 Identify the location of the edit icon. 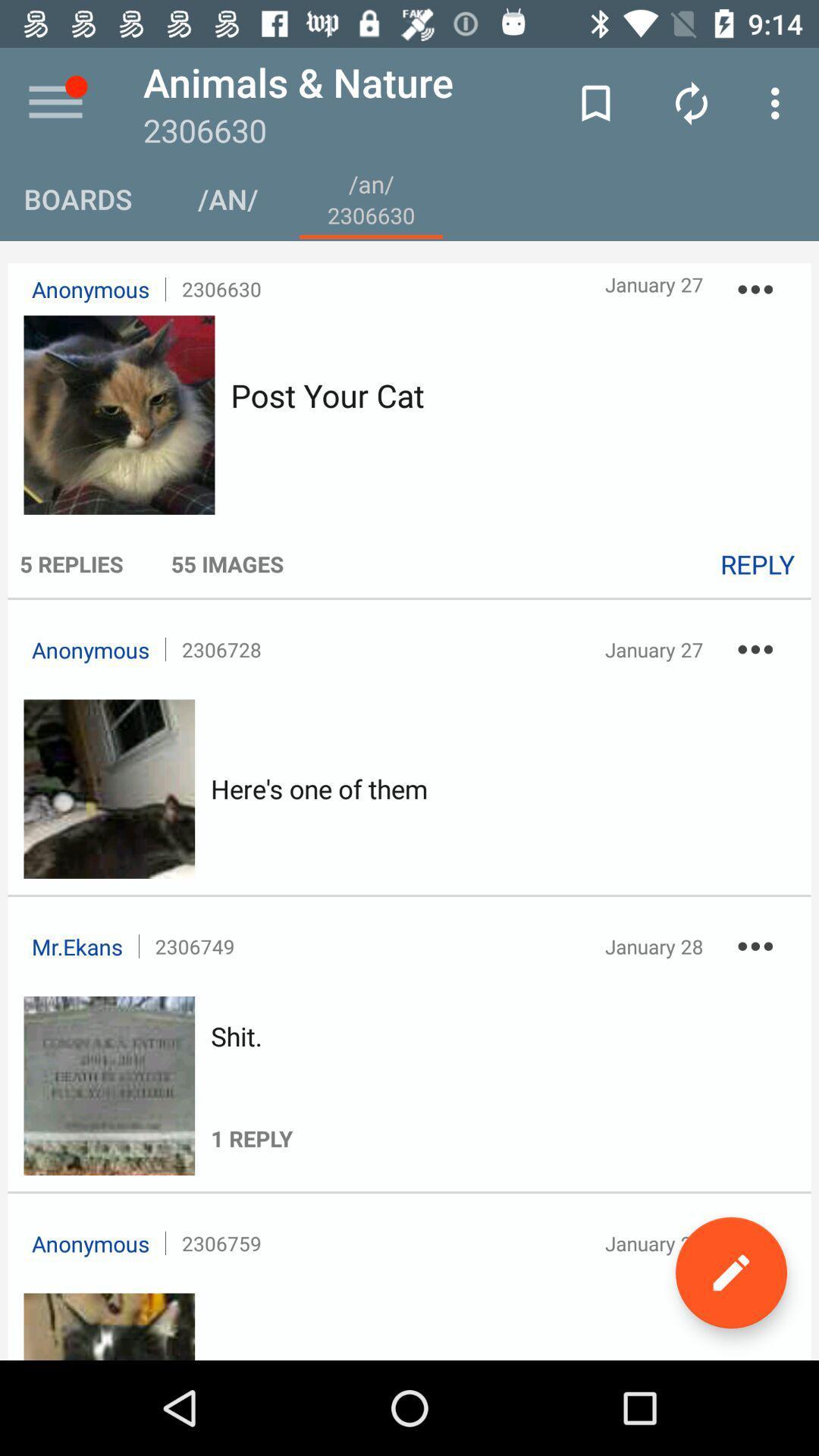
(730, 1272).